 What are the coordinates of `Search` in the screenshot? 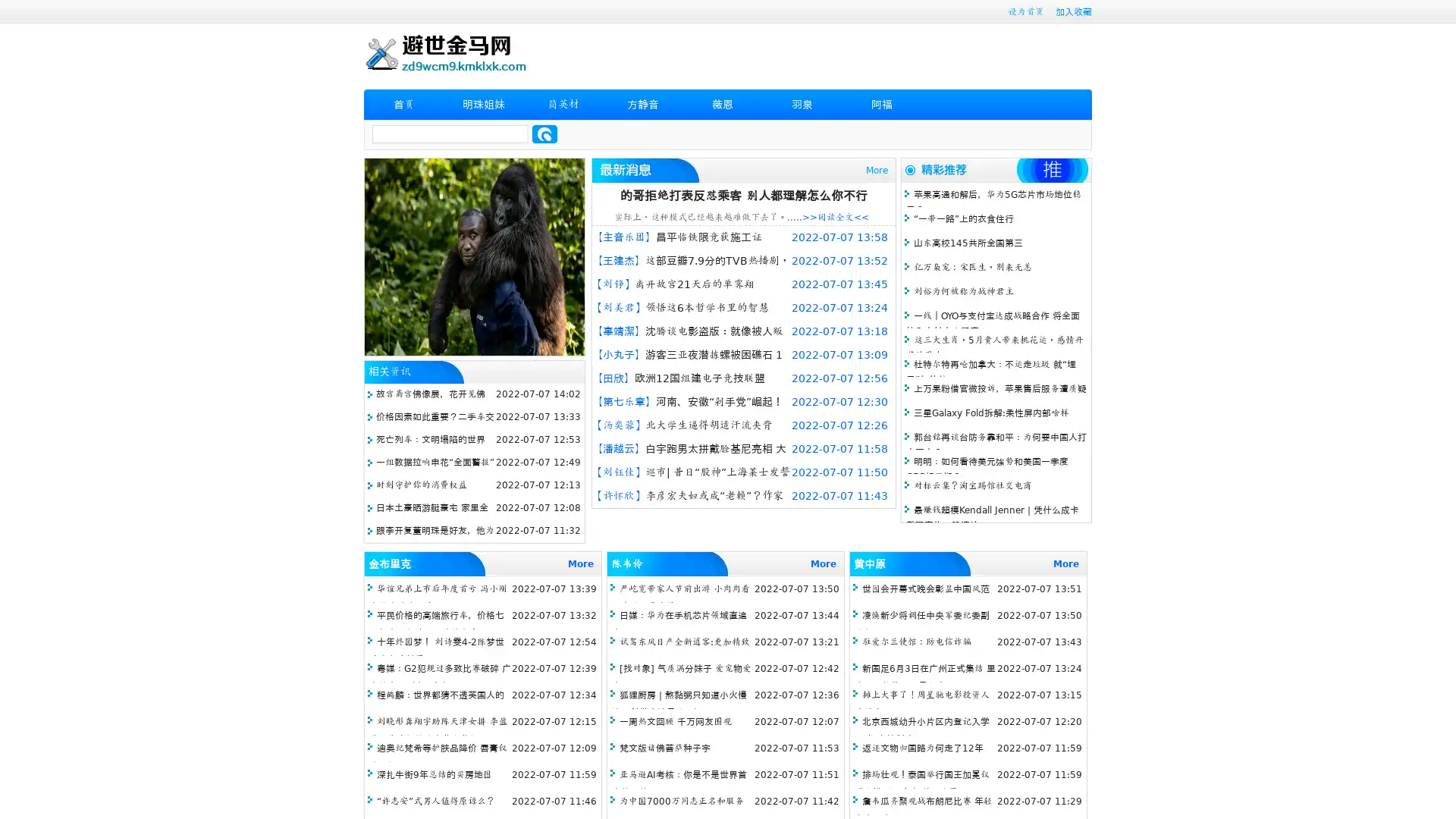 It's located at (544, 133).